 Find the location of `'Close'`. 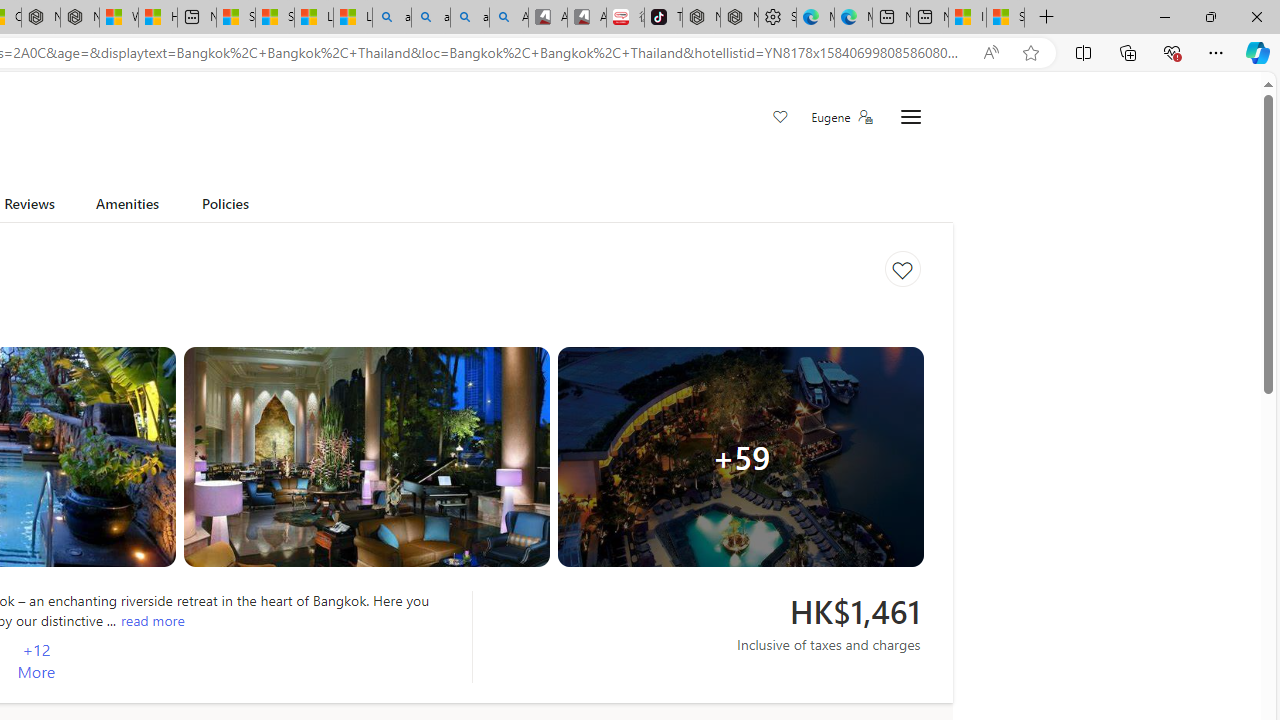

'Close' is located at coordinates (1255, 16).